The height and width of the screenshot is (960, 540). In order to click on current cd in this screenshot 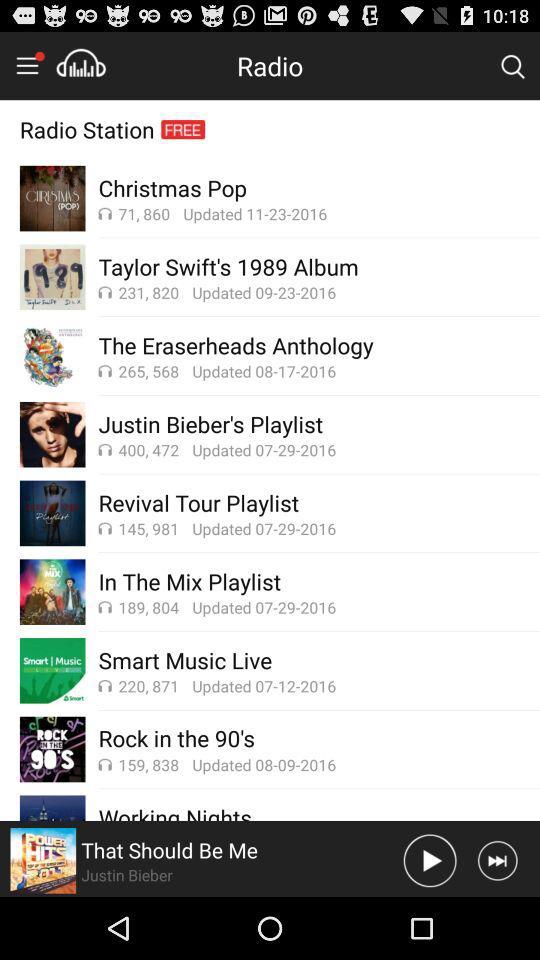, I will do `click(43, 859)`.